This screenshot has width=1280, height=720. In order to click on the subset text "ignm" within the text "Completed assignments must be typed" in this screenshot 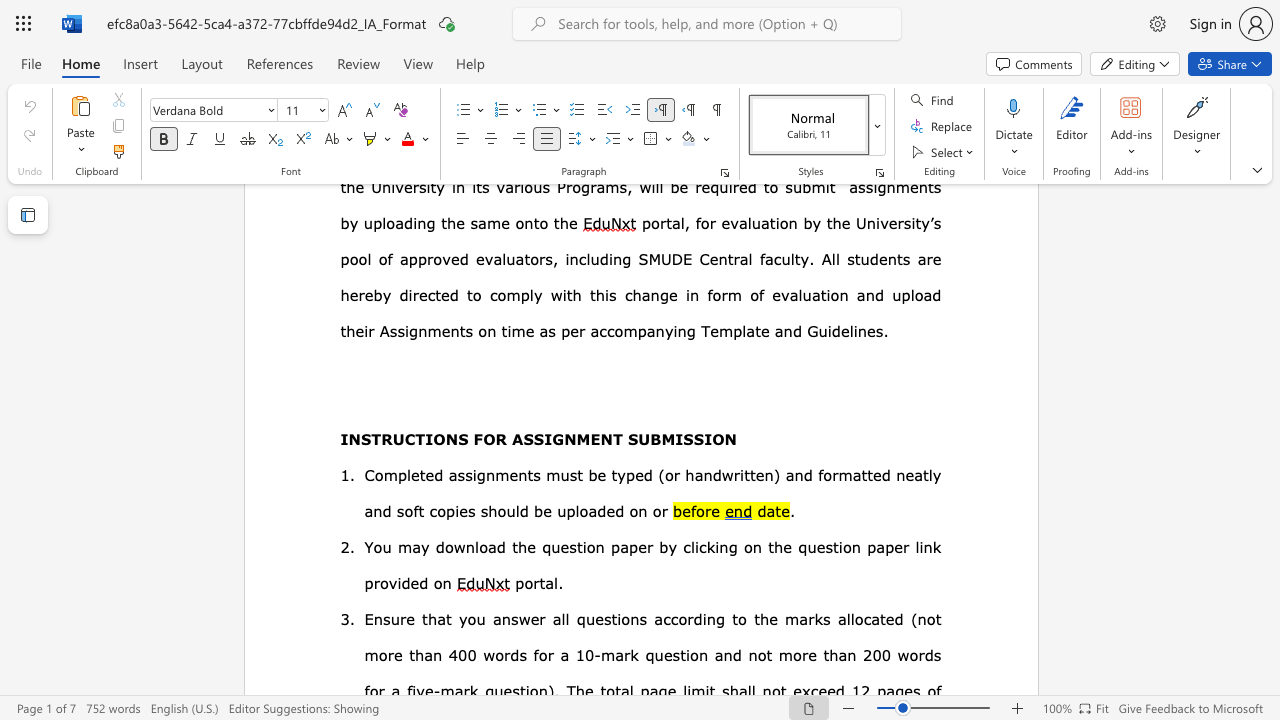, I will do `click(471, 474)`.